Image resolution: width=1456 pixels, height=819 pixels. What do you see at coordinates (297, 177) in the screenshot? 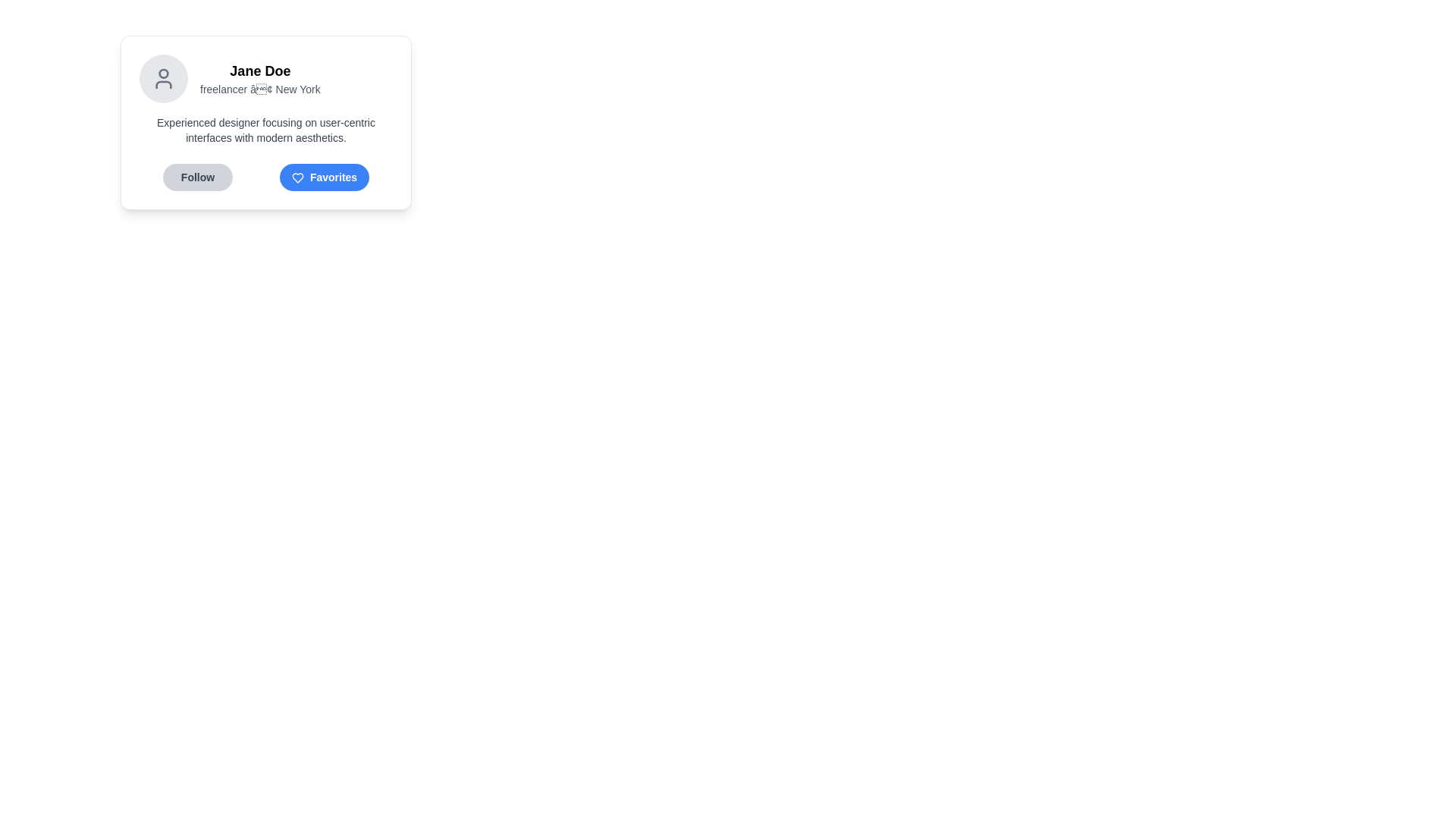
I see `the heart-shaped icon with a blue outline, located to the left of the 'Favorites' text, as a visual cue` at bounding box center [297, 177].